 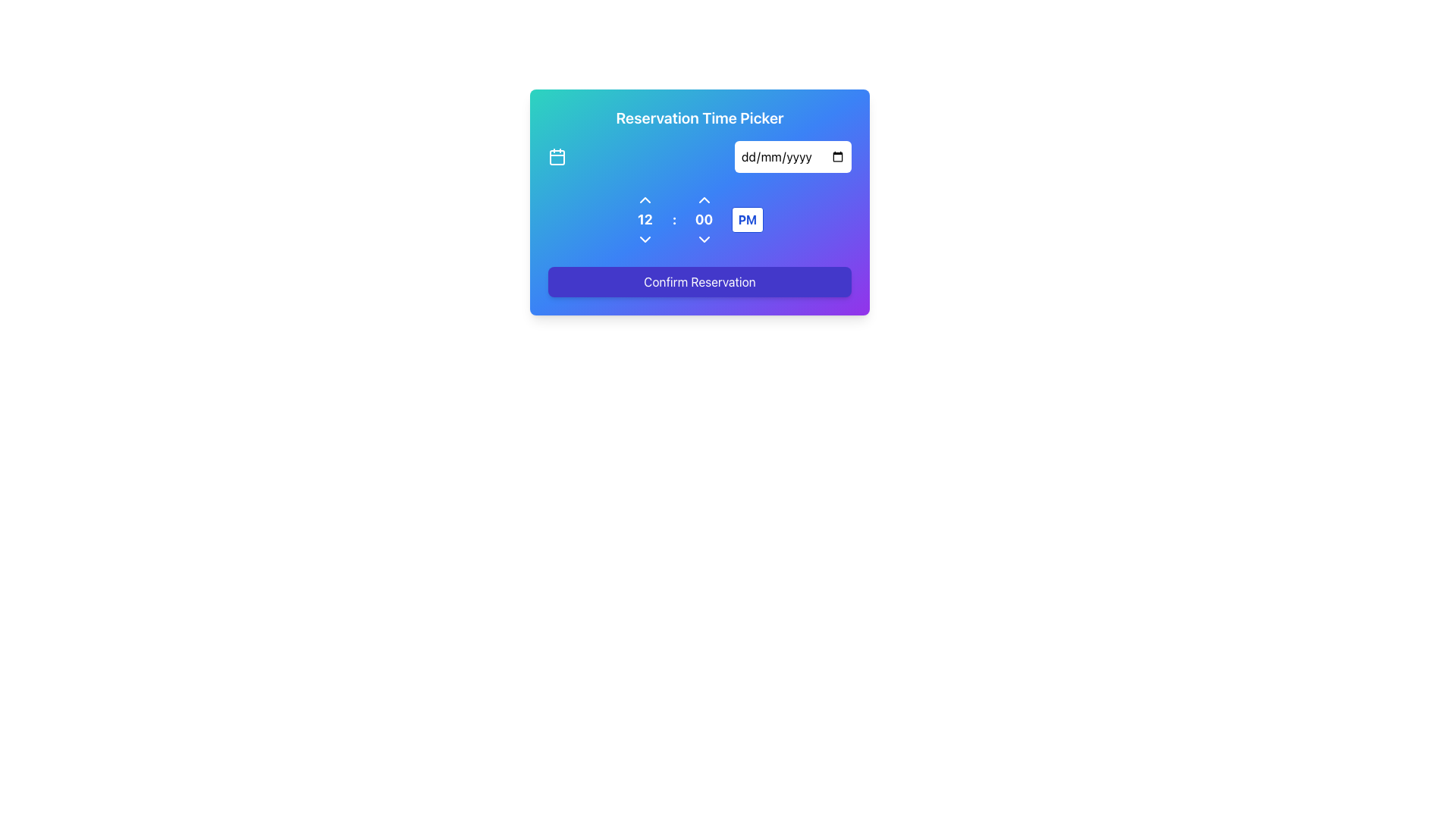 What do you see at coordinates (698, 157) in the screenshot?
I see `the interactive button of the Date Picker Interface located in the 'Reservation Time Picker' section` at bounding box center [698, 157].